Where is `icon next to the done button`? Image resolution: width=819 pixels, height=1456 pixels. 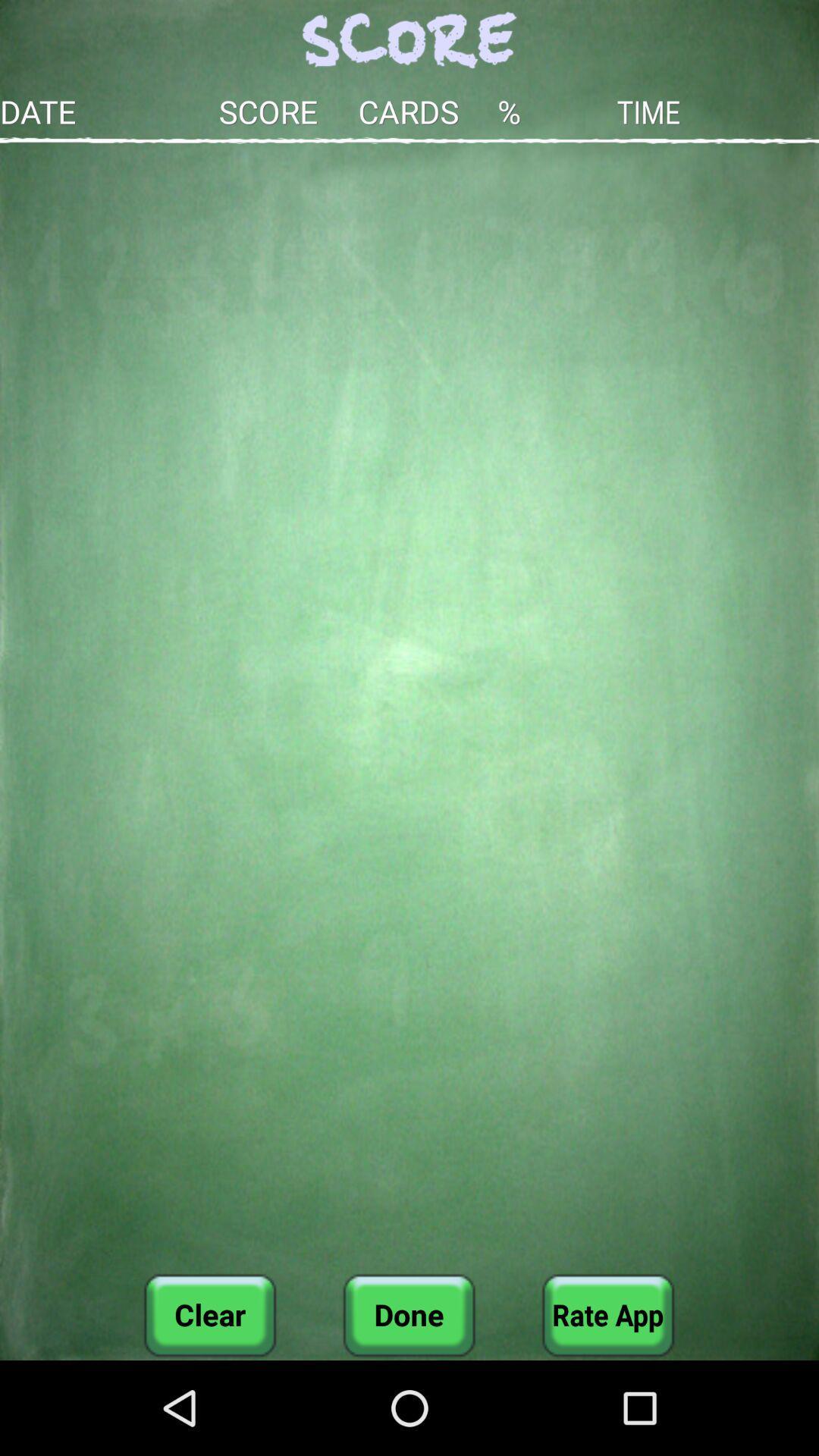
icon next to the done button is located at coordinates (607, 1314).